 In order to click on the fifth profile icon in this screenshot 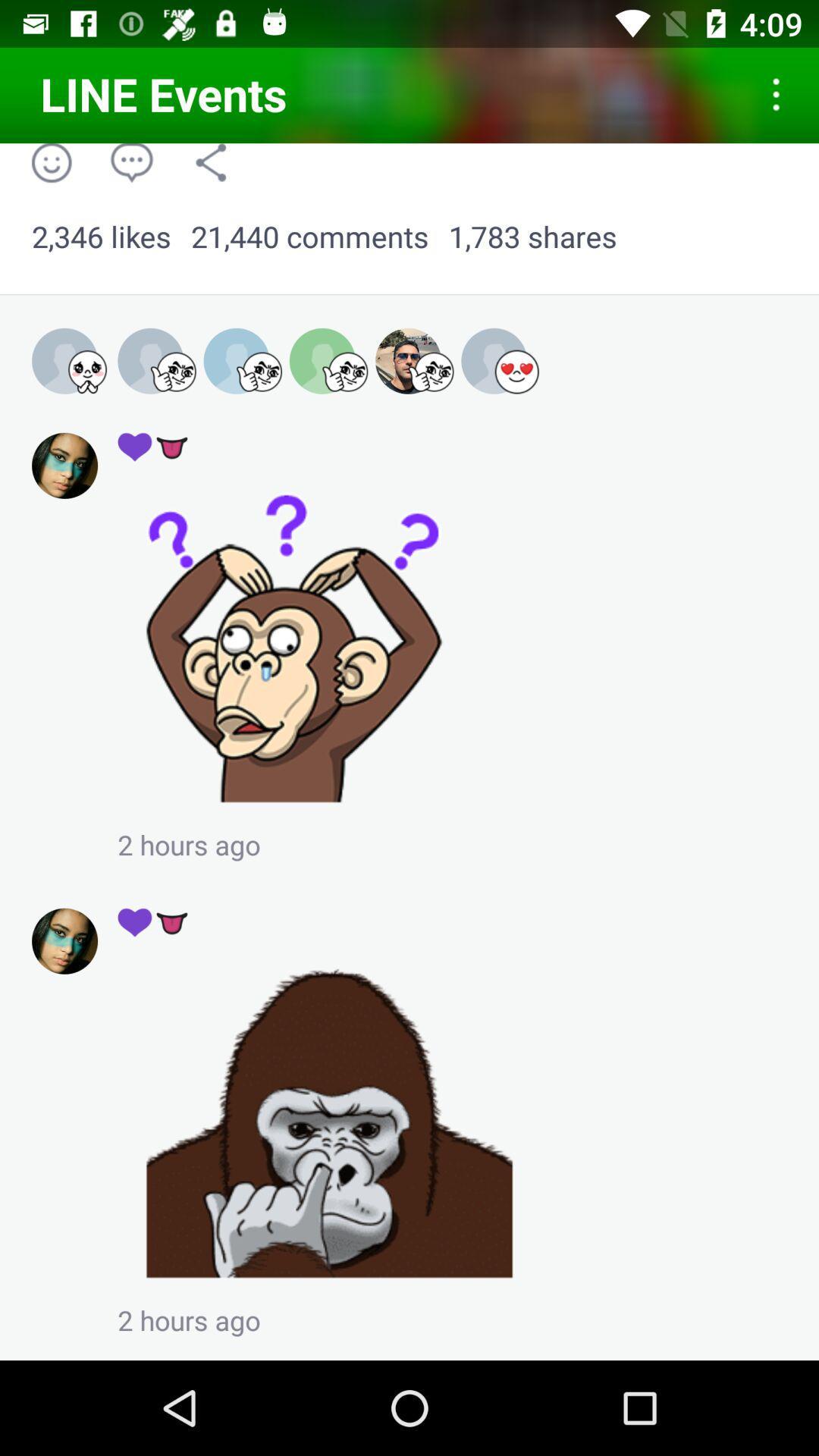, I will do `click(415, 361)`.